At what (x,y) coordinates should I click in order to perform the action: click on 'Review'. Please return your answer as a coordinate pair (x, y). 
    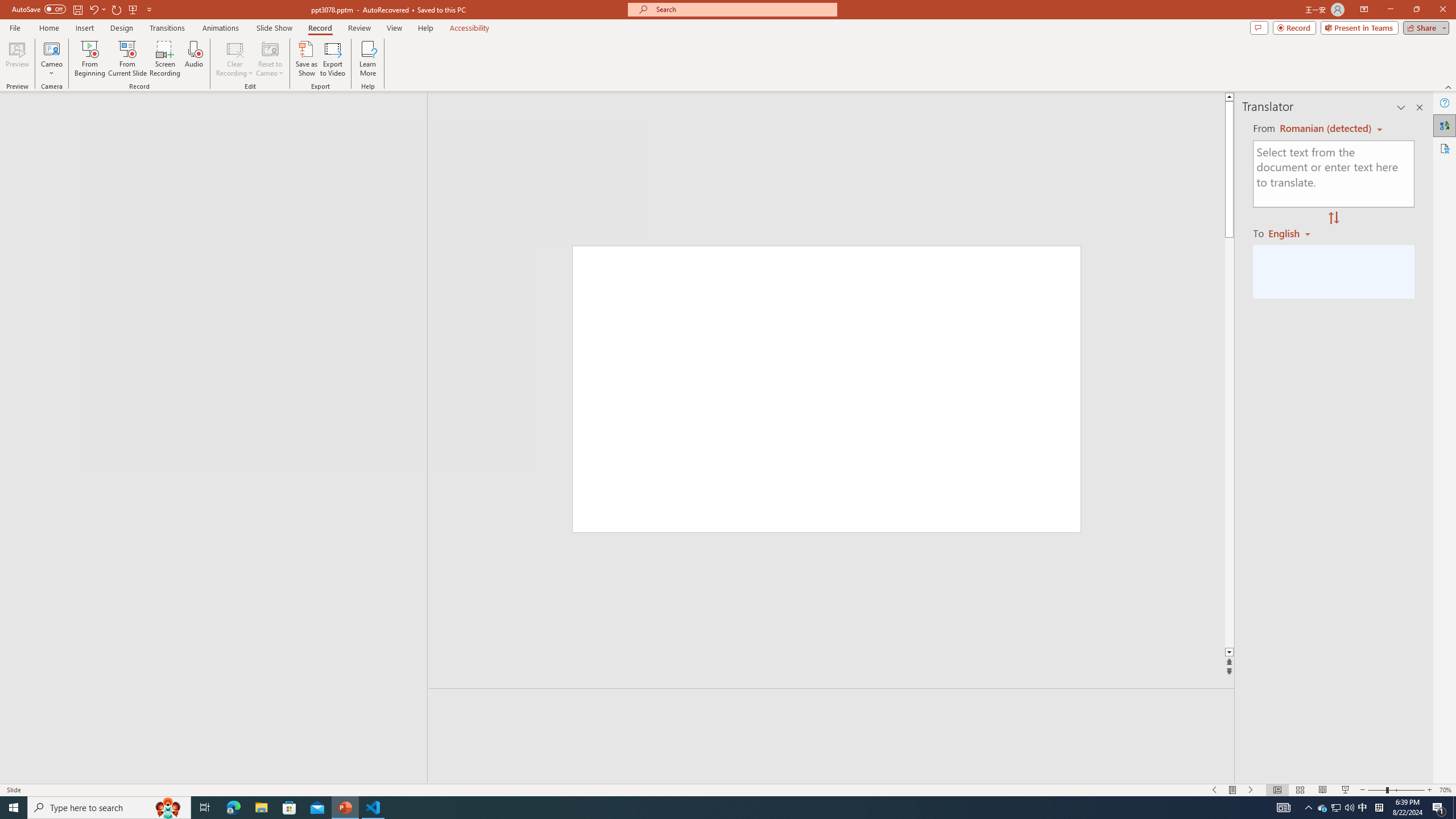
    Looking at the image, I should click on (359, 28).